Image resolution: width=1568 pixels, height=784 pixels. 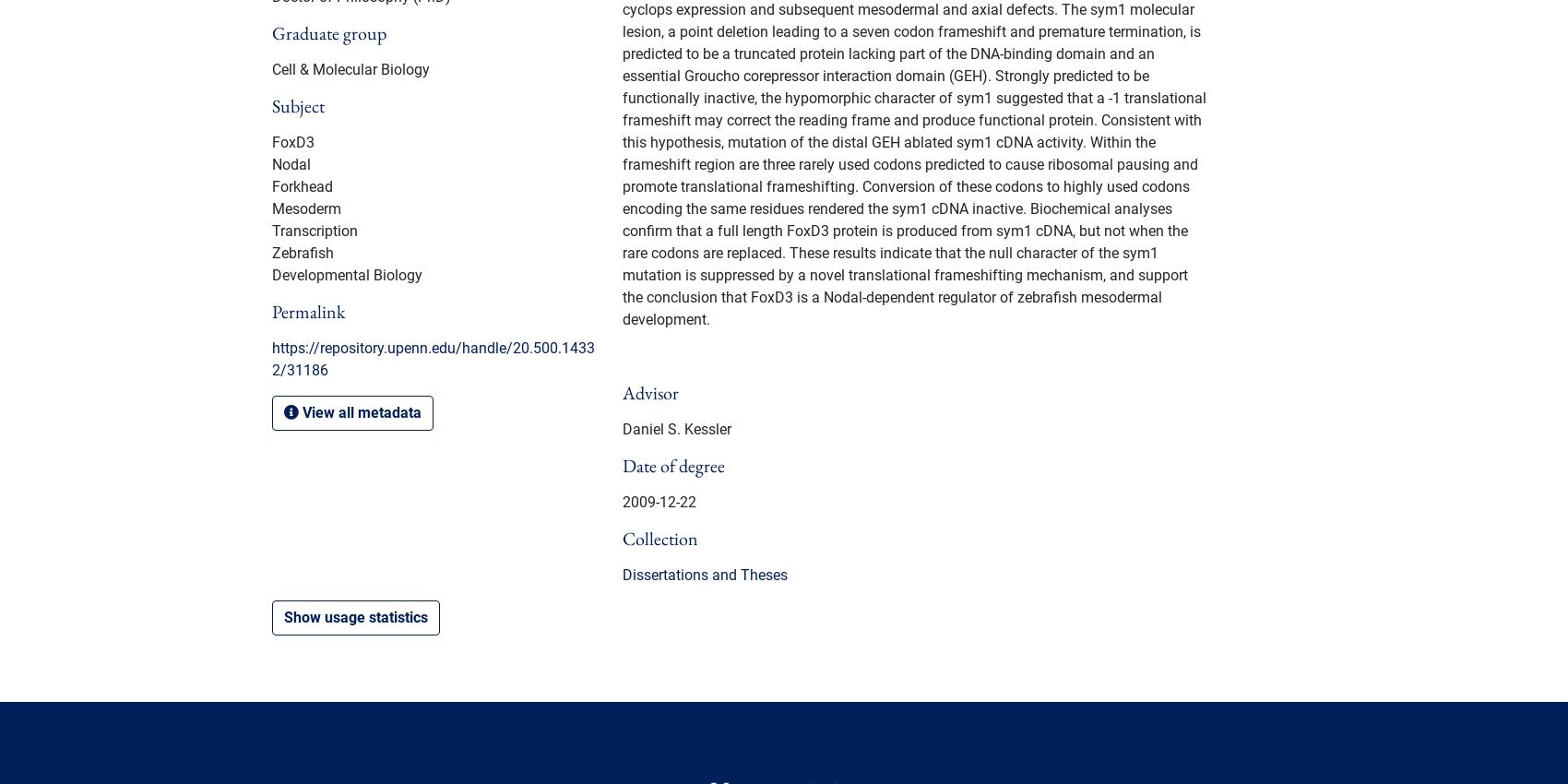 I want to click on 'Nodal', so click(x=291, y=162).